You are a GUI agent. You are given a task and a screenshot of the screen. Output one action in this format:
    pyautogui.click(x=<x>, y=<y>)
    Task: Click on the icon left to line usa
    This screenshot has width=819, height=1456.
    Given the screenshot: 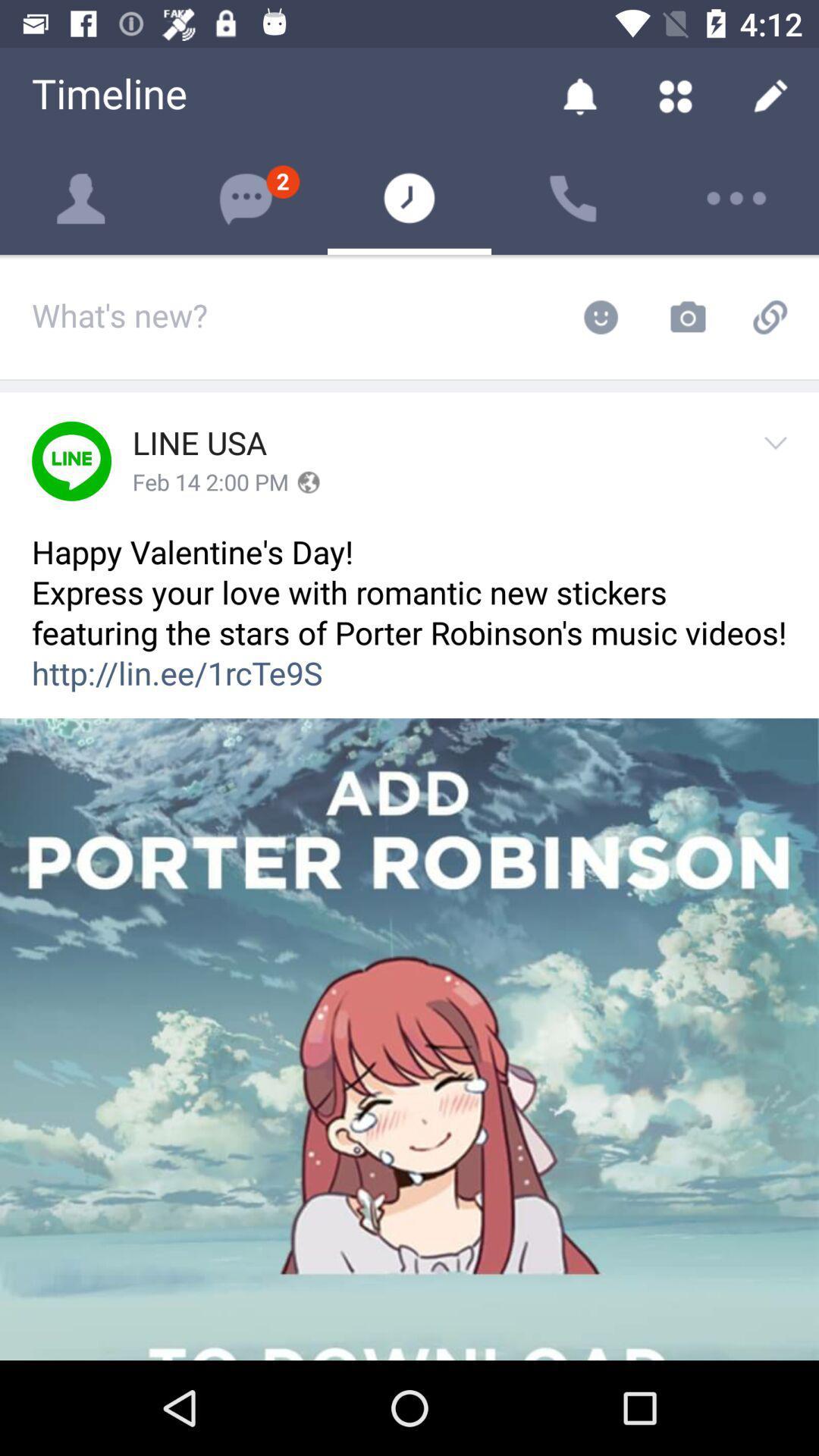 What is the action you would take?
    pyautogui.click(x=71, y=460)
    